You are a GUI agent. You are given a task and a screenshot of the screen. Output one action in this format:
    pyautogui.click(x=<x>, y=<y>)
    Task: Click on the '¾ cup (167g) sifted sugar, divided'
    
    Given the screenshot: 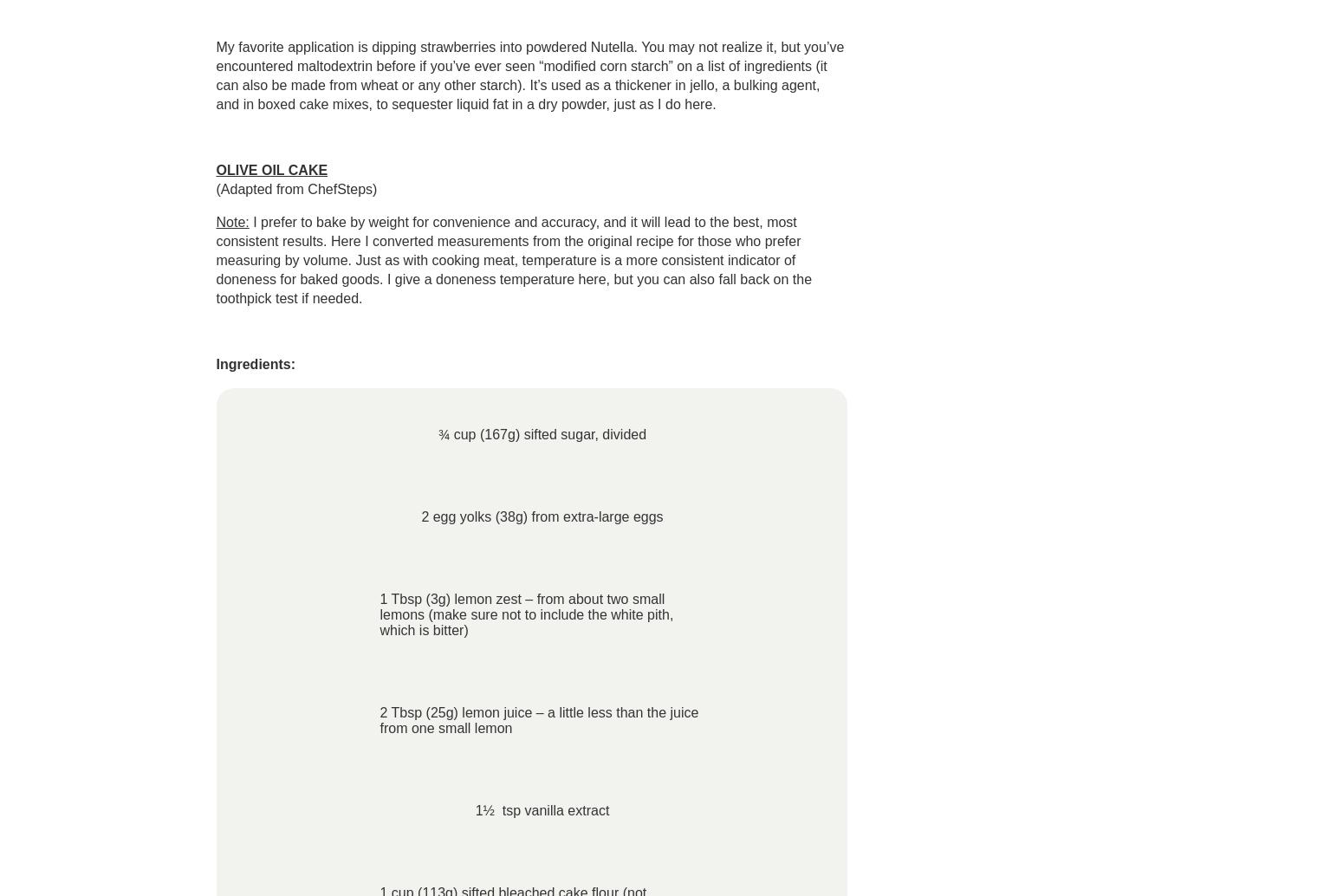 What is the action you would take?
    pyautogui.click(x=541, y=433)
    